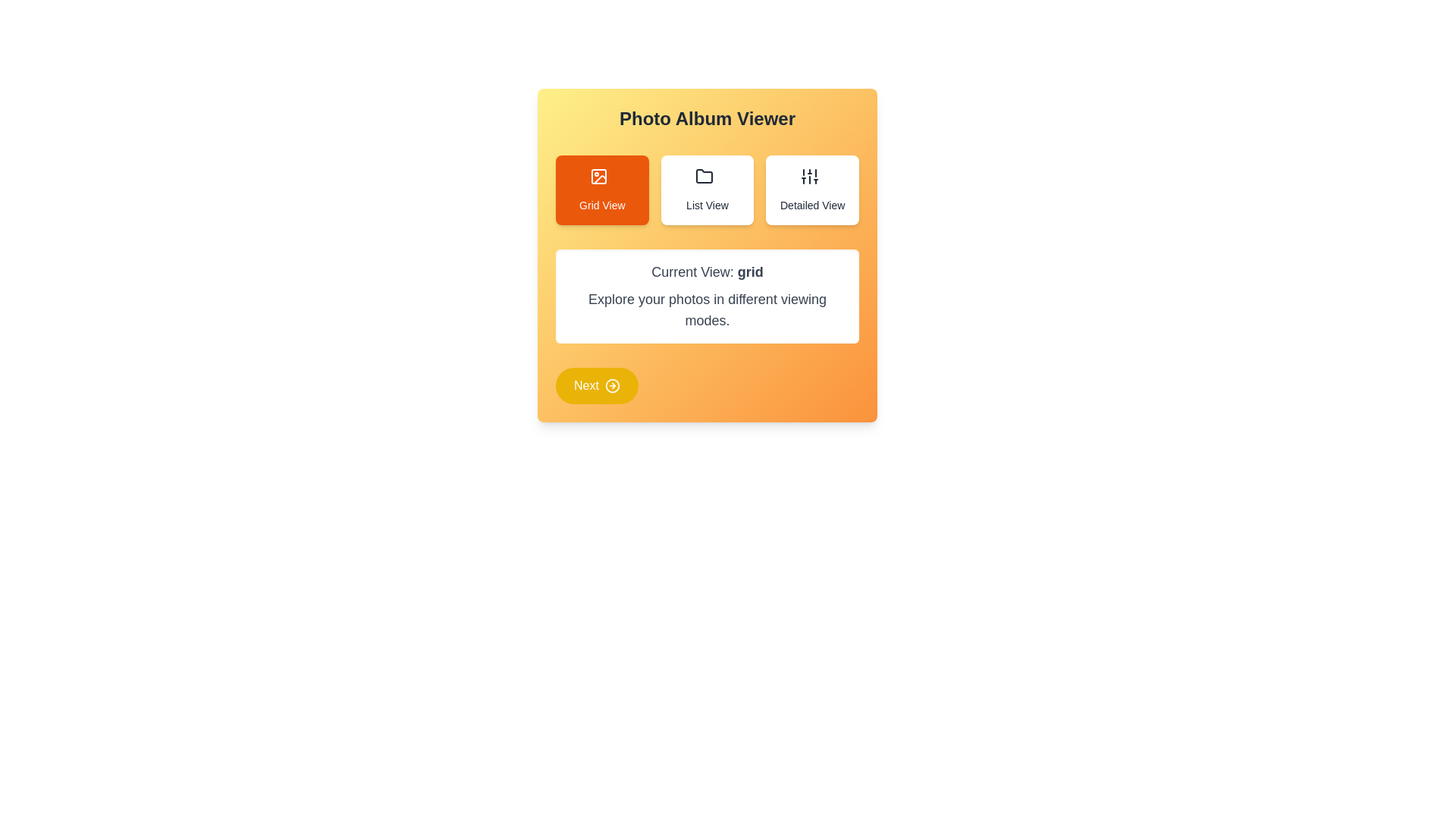 The width and height of the screenshot is (1456, 819). Describe the element at coordinates (598, 175) in the screenshot. I see `the icon for the 'Grid View' button located in the top-left section of the button group in the 'Photo Album Viewer' panel` at that location.